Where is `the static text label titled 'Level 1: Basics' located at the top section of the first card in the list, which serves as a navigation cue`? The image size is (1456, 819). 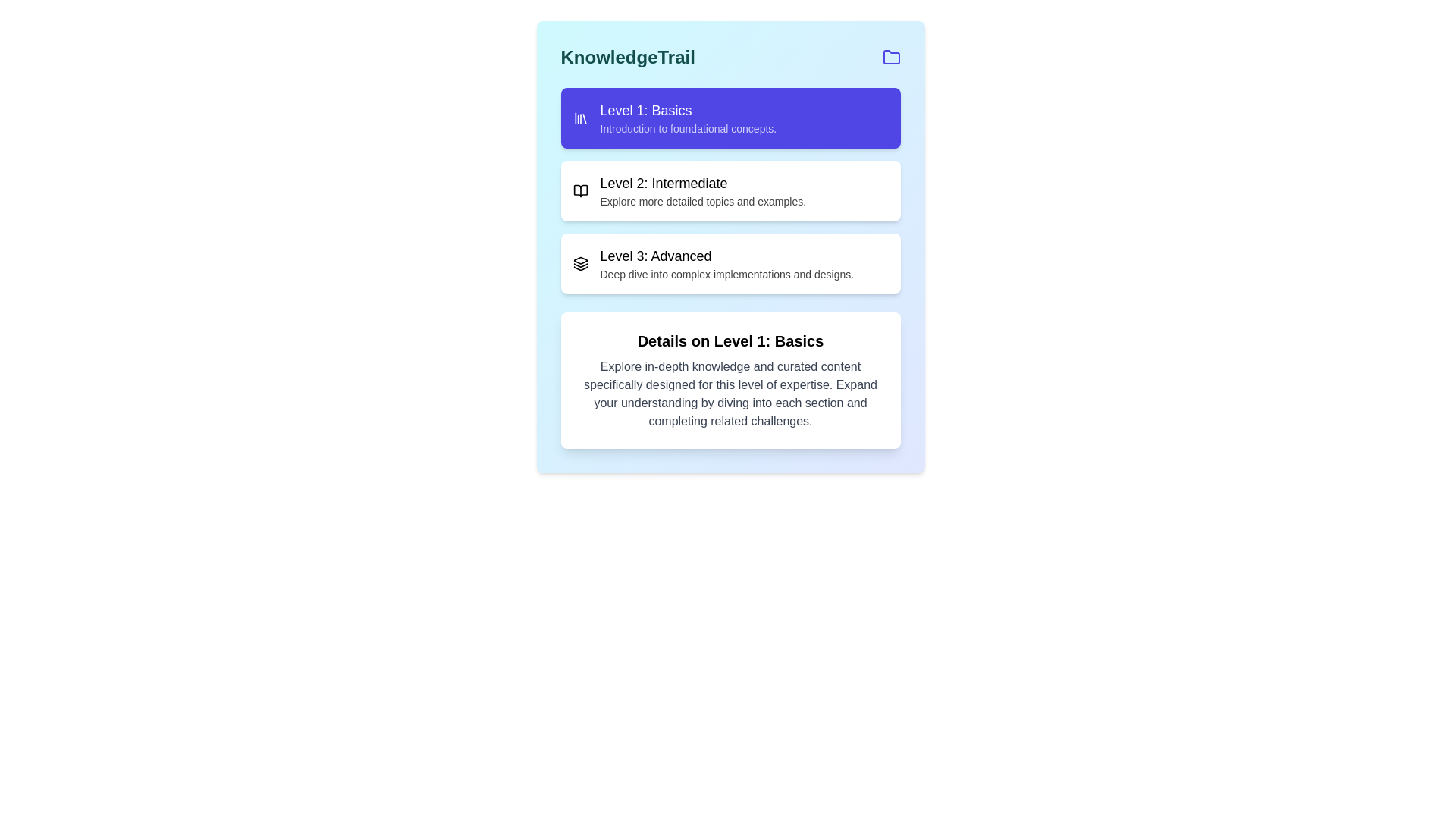 the static text label titled 'Level 1: Basics' located at the top section of the first card in the list, which serves as a navigation cue is located at coordinates (687, 110).